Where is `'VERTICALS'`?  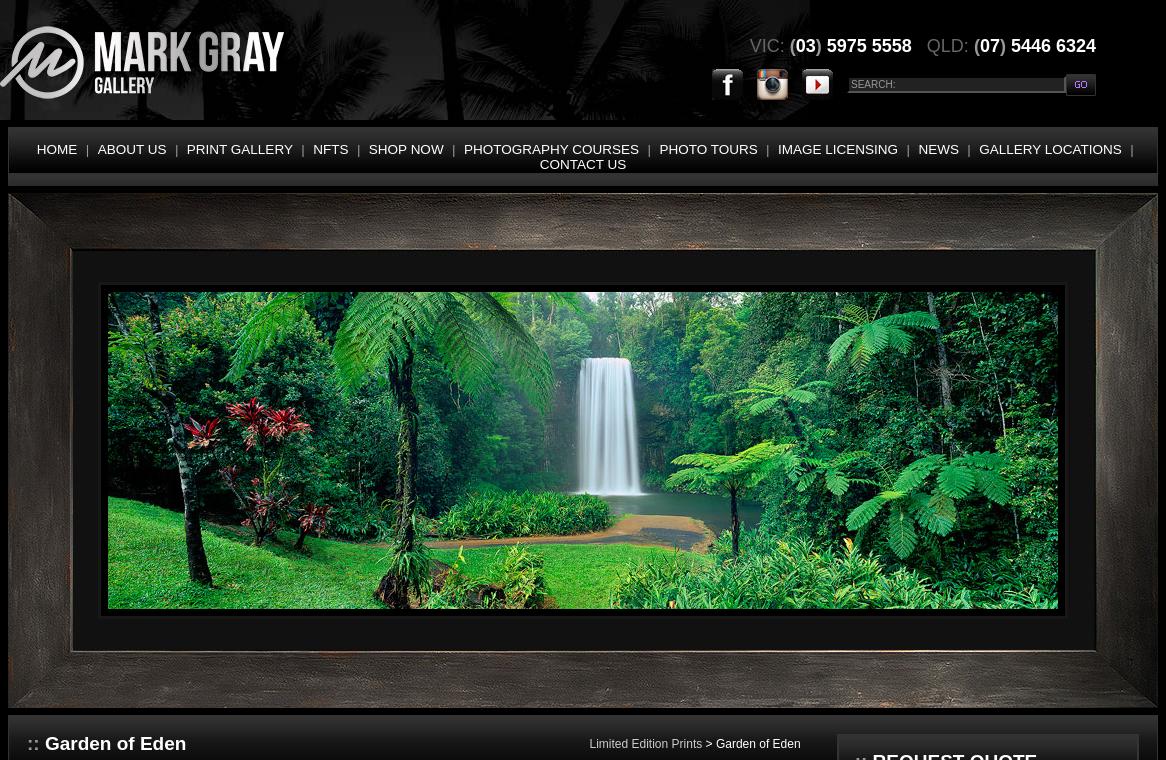
'VERTICALS' is located at coordinates (50, 678).